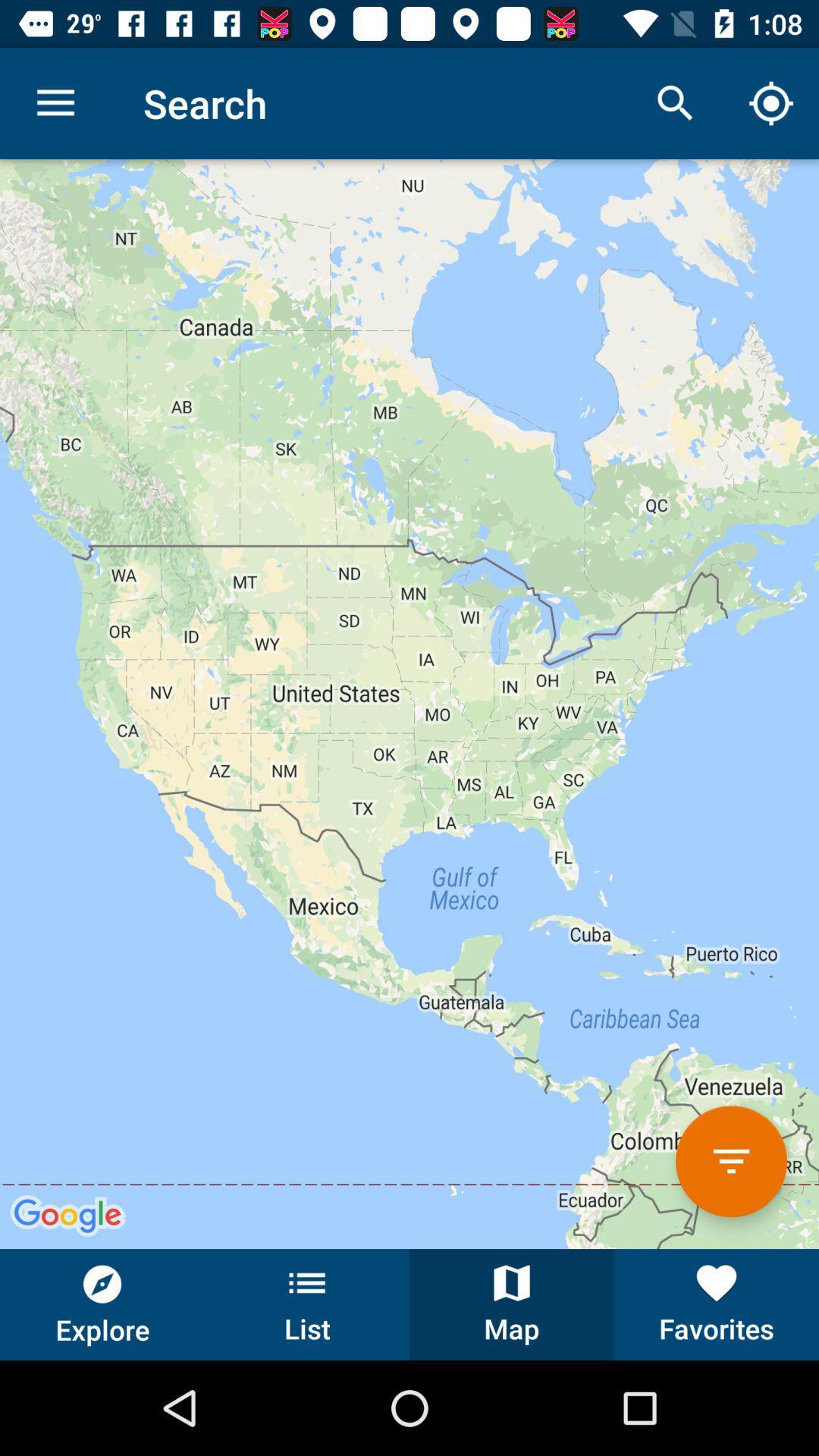  I want to click on the filter_list icon, so click(730, 1160).